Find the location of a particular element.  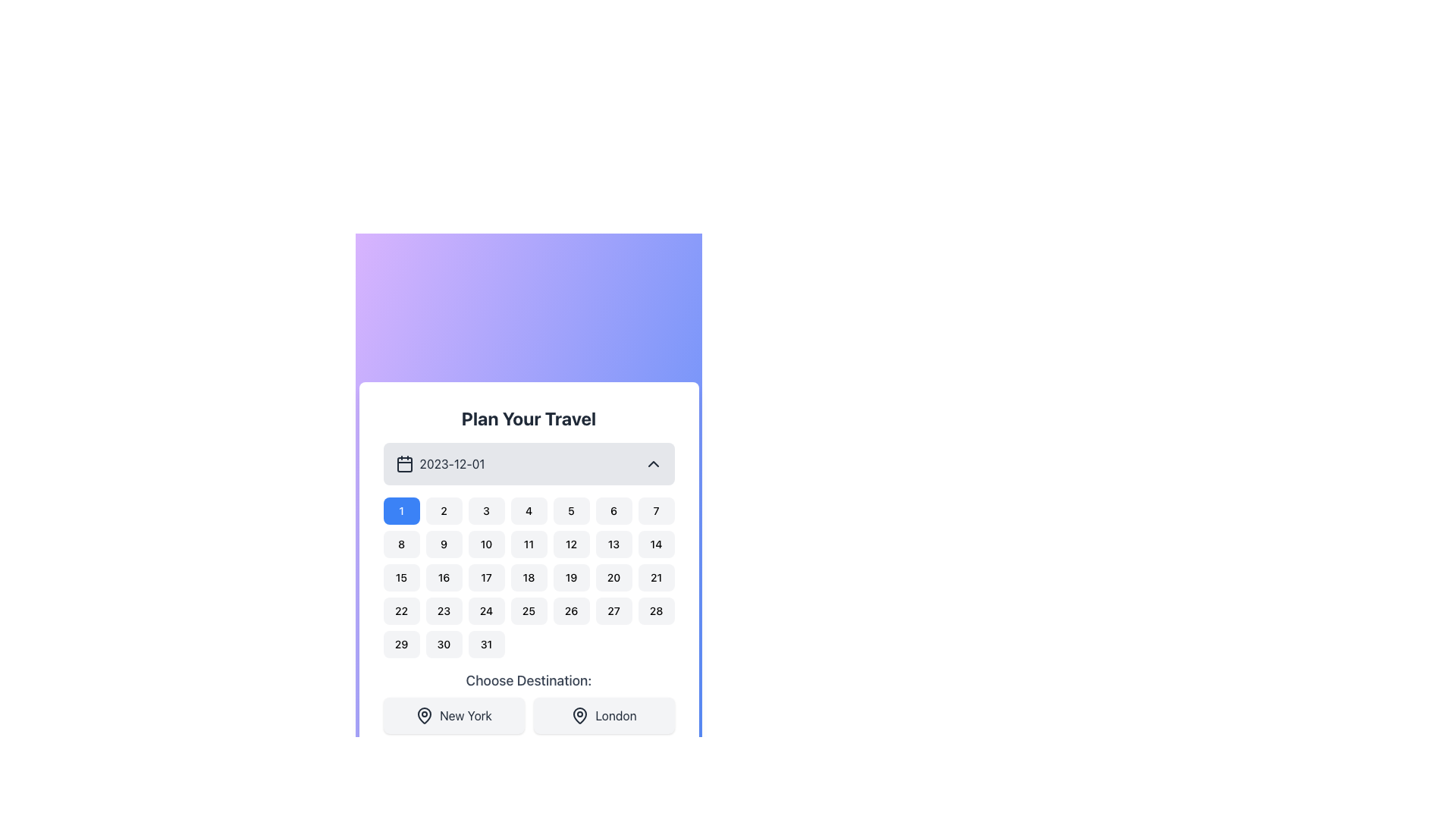

the button labeled '20' with a light gray background in the calendar interface to change its background color to blue is located at coordinates (613, 578).